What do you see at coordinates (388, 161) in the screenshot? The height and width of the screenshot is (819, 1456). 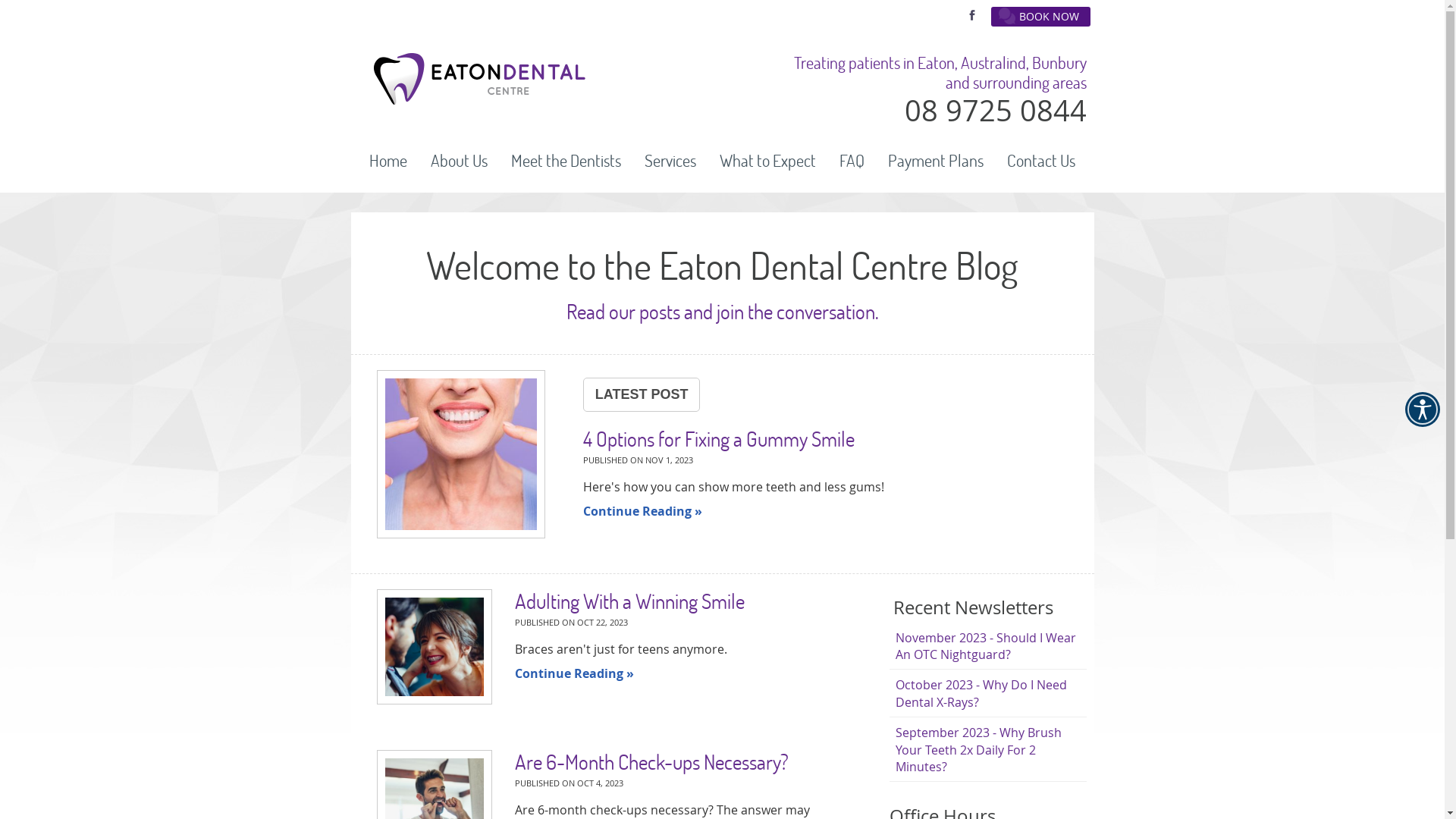 I see `'Home'` at bounding box center [388, 161].